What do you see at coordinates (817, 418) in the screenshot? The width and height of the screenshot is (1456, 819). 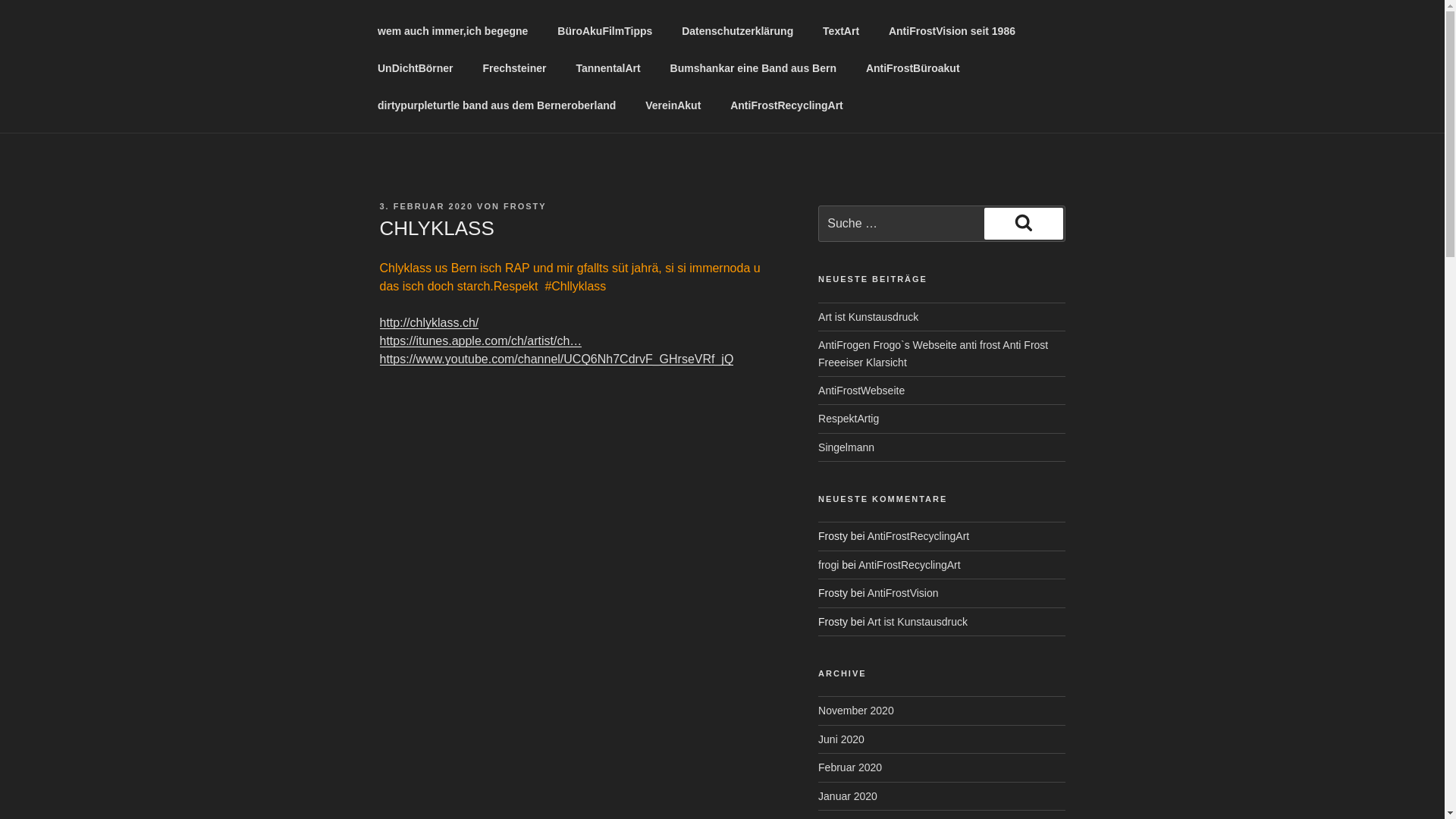 I see `'RespektArtig'` at bounding box center [817, 418].